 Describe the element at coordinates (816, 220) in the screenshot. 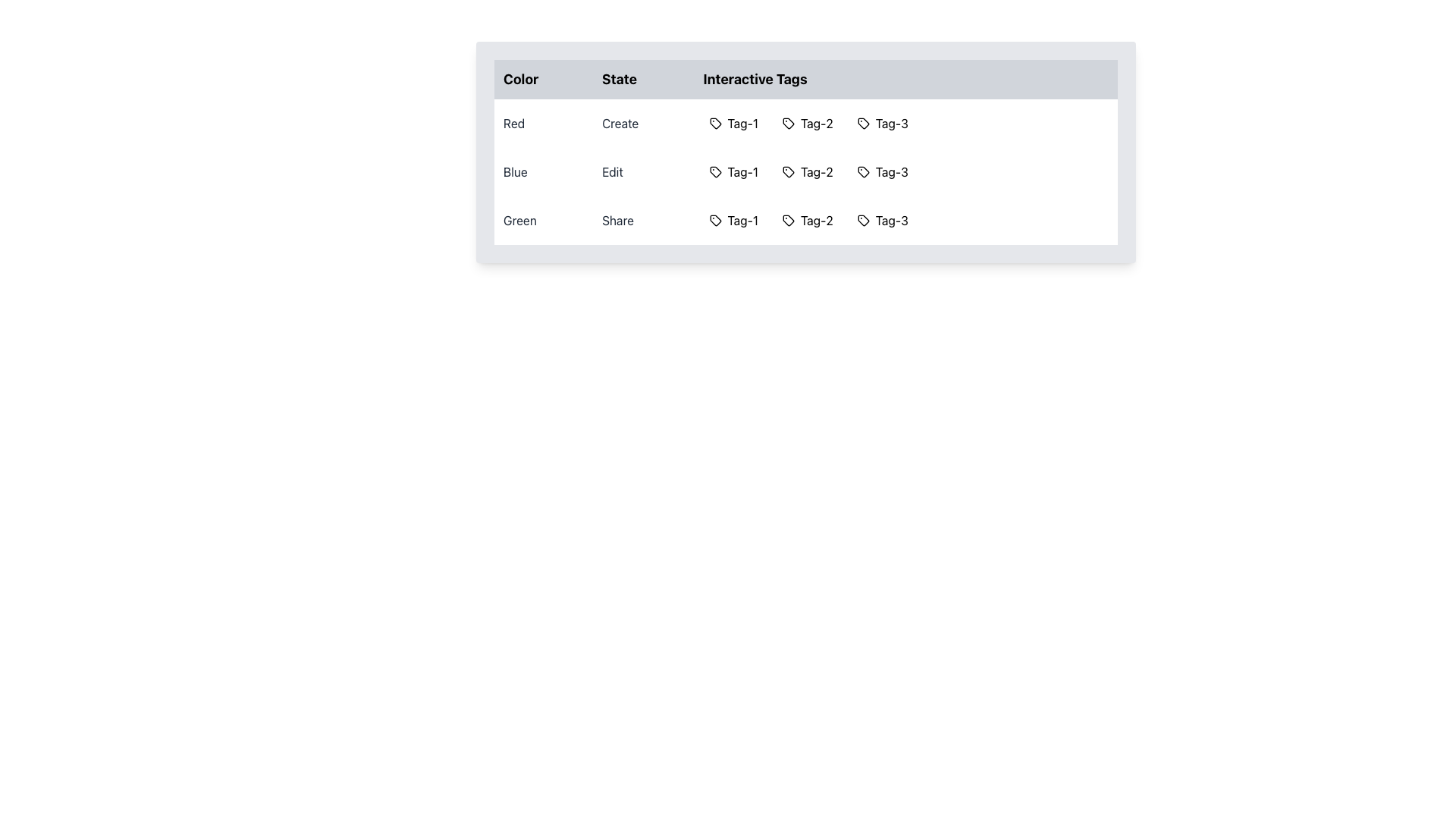

I see `the second interactive tag in the third row of the table under the 'Interactive Tags' column, which categorizes data` at that location.